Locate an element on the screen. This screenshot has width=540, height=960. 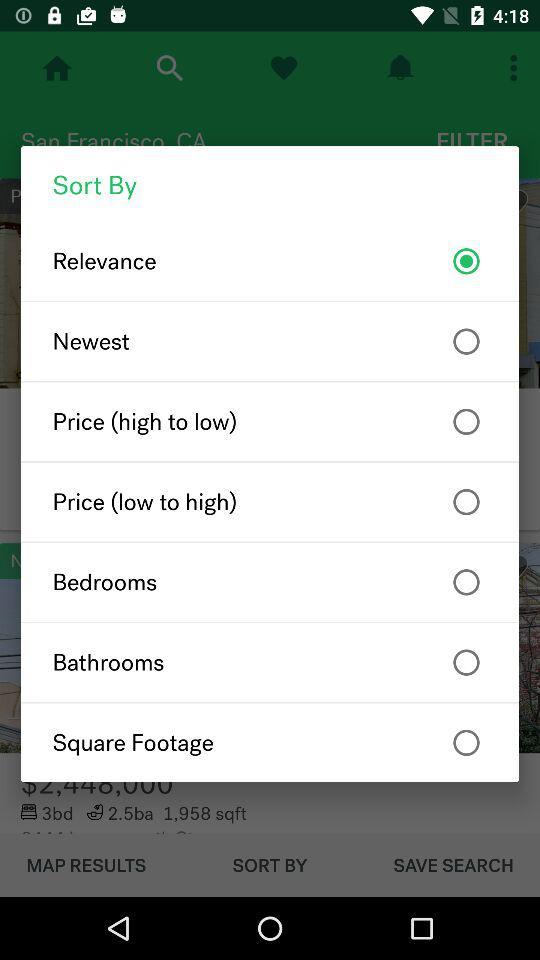
item below bathrooms item is located at coordinates (270, 741).